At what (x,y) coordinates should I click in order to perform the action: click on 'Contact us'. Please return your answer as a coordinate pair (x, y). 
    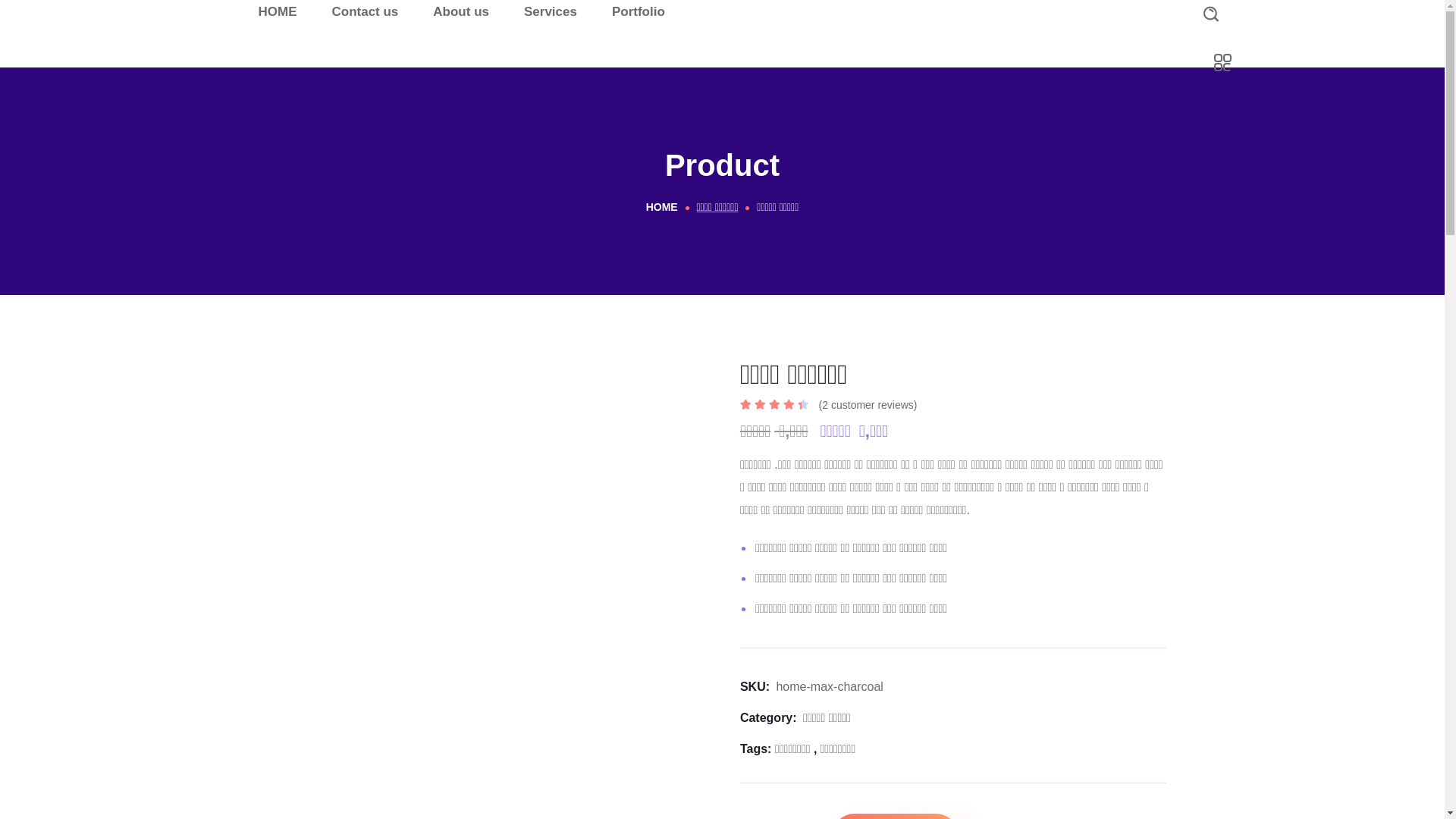
    Looking at the image, I should click on (364, 11).